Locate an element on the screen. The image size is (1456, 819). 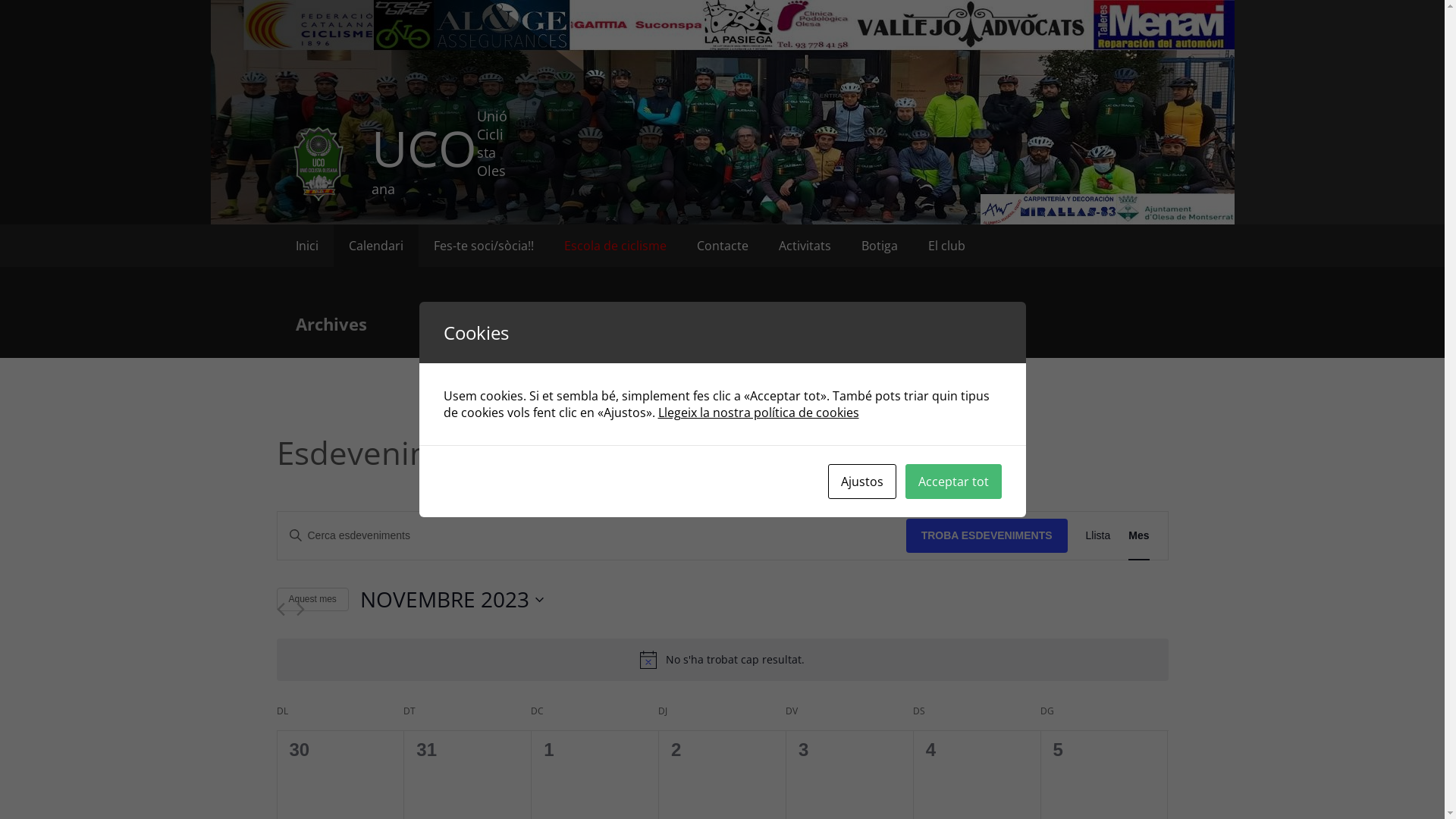
'Mes anterior' is located at coordinates (280, 608).